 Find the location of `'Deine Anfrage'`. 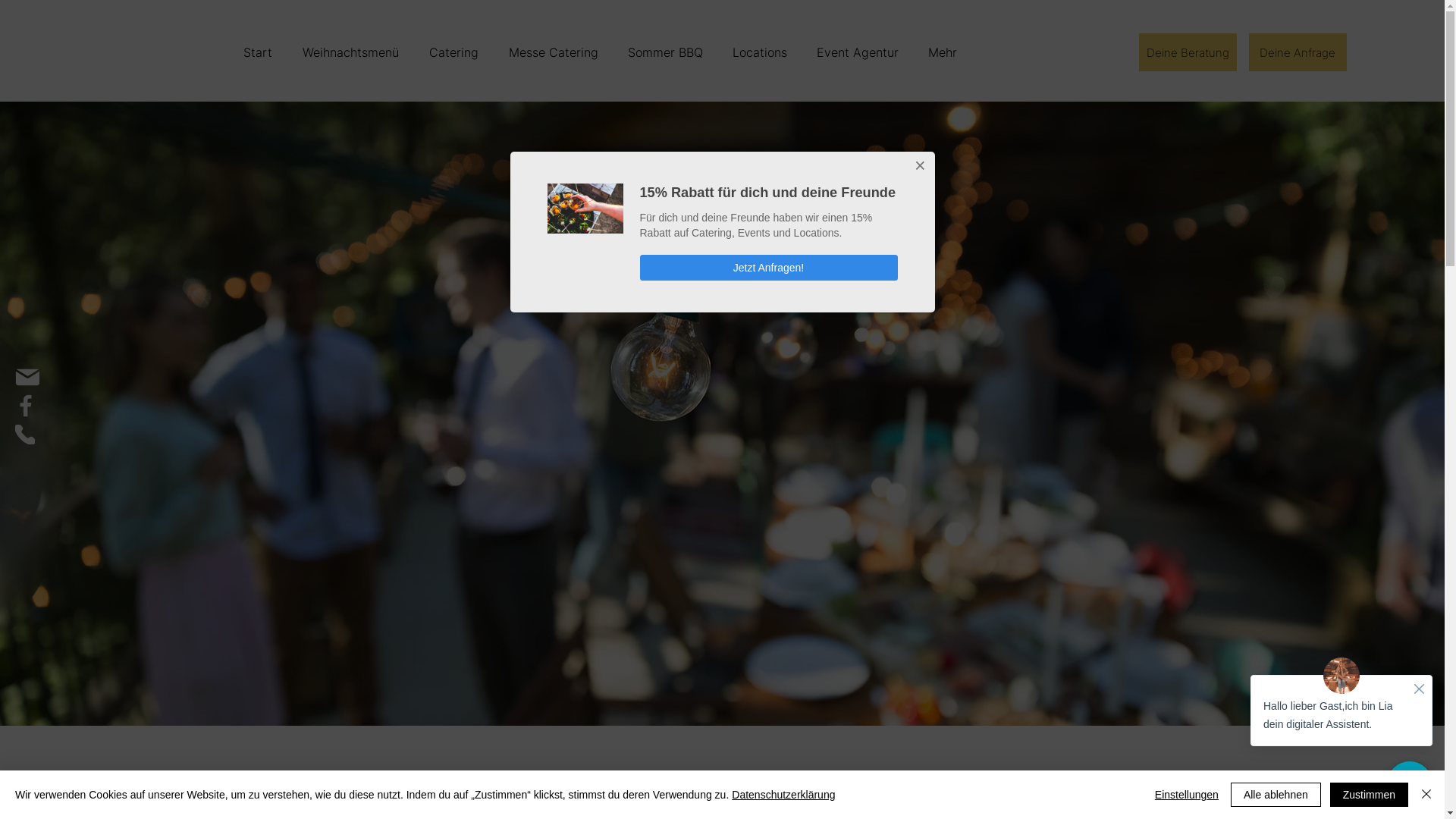

'Deine Anfrage' is located at coordinates (1248, 52).